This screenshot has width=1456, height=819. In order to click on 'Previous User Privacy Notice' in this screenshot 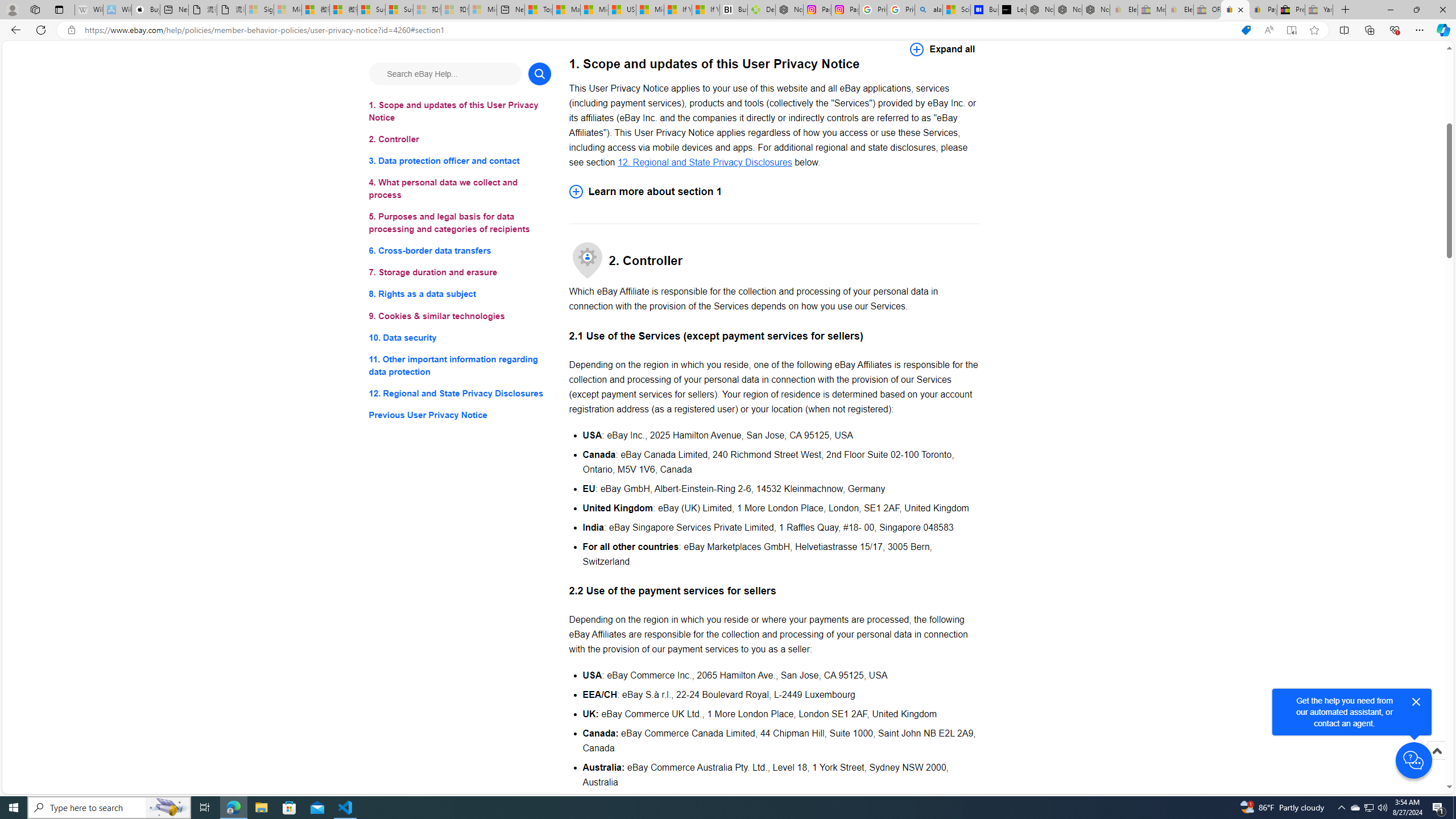, I will do `click(459, 415)`.